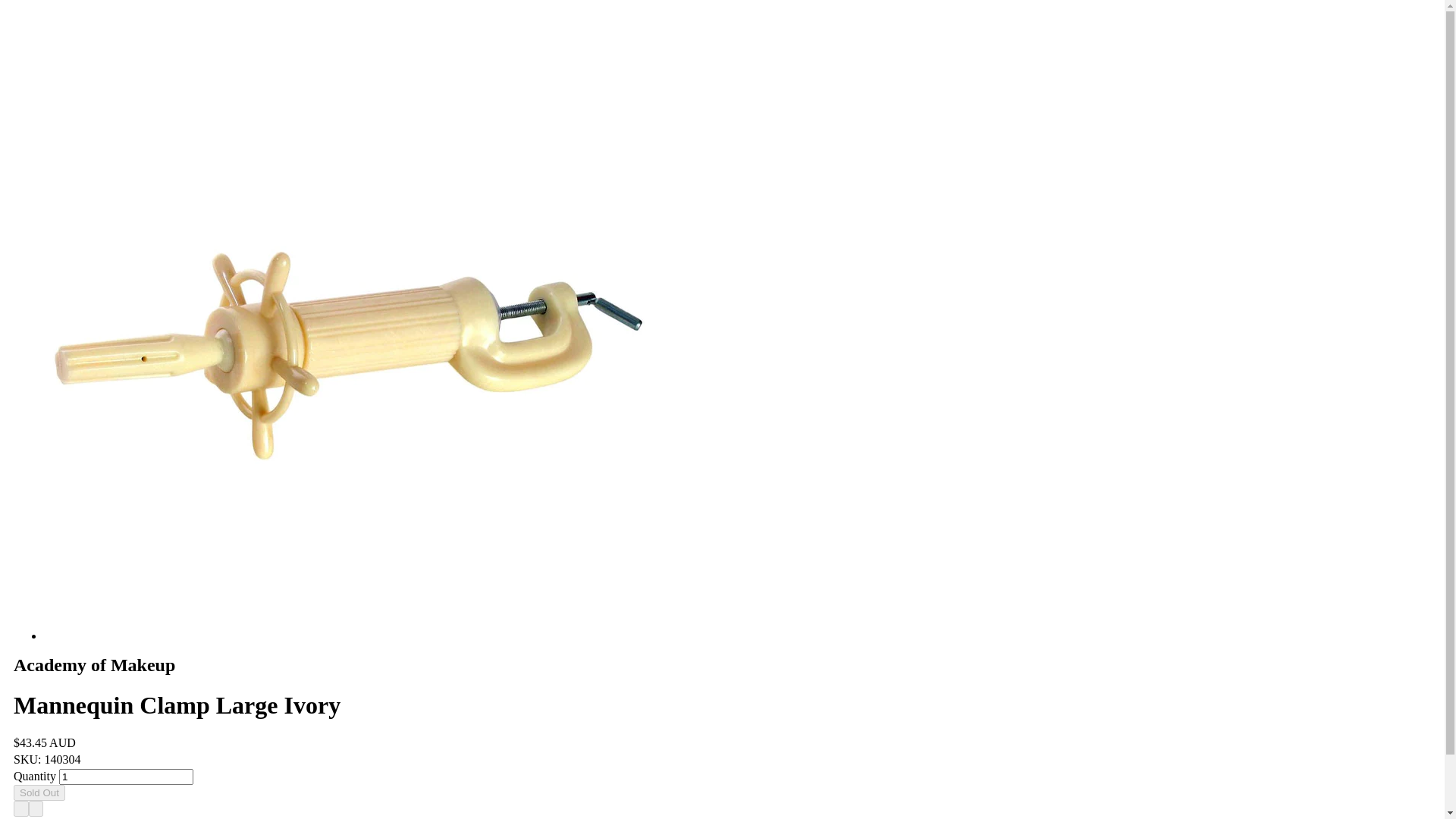  What do you see at coordinates (36, 808) in the screenshot?
I see `' '` at bounding box center [36, 808].